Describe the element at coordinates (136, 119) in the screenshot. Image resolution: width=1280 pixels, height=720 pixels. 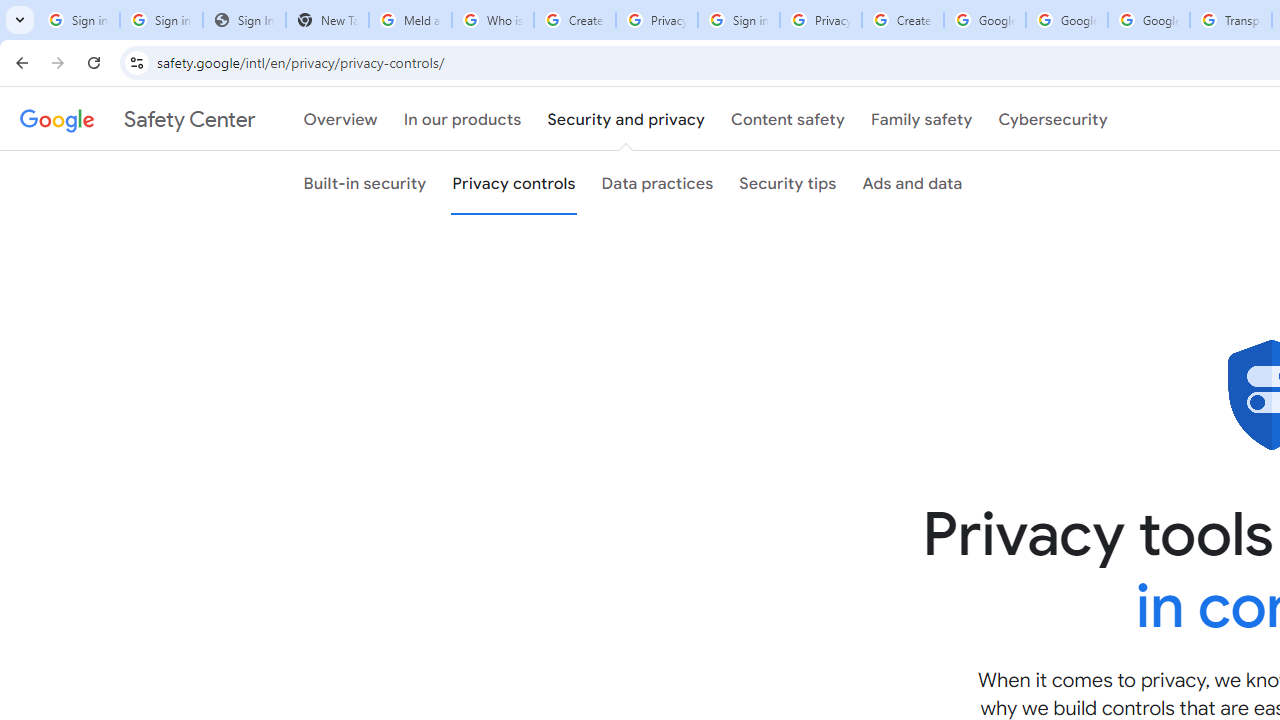
I see `'Safety Center'` at that location.